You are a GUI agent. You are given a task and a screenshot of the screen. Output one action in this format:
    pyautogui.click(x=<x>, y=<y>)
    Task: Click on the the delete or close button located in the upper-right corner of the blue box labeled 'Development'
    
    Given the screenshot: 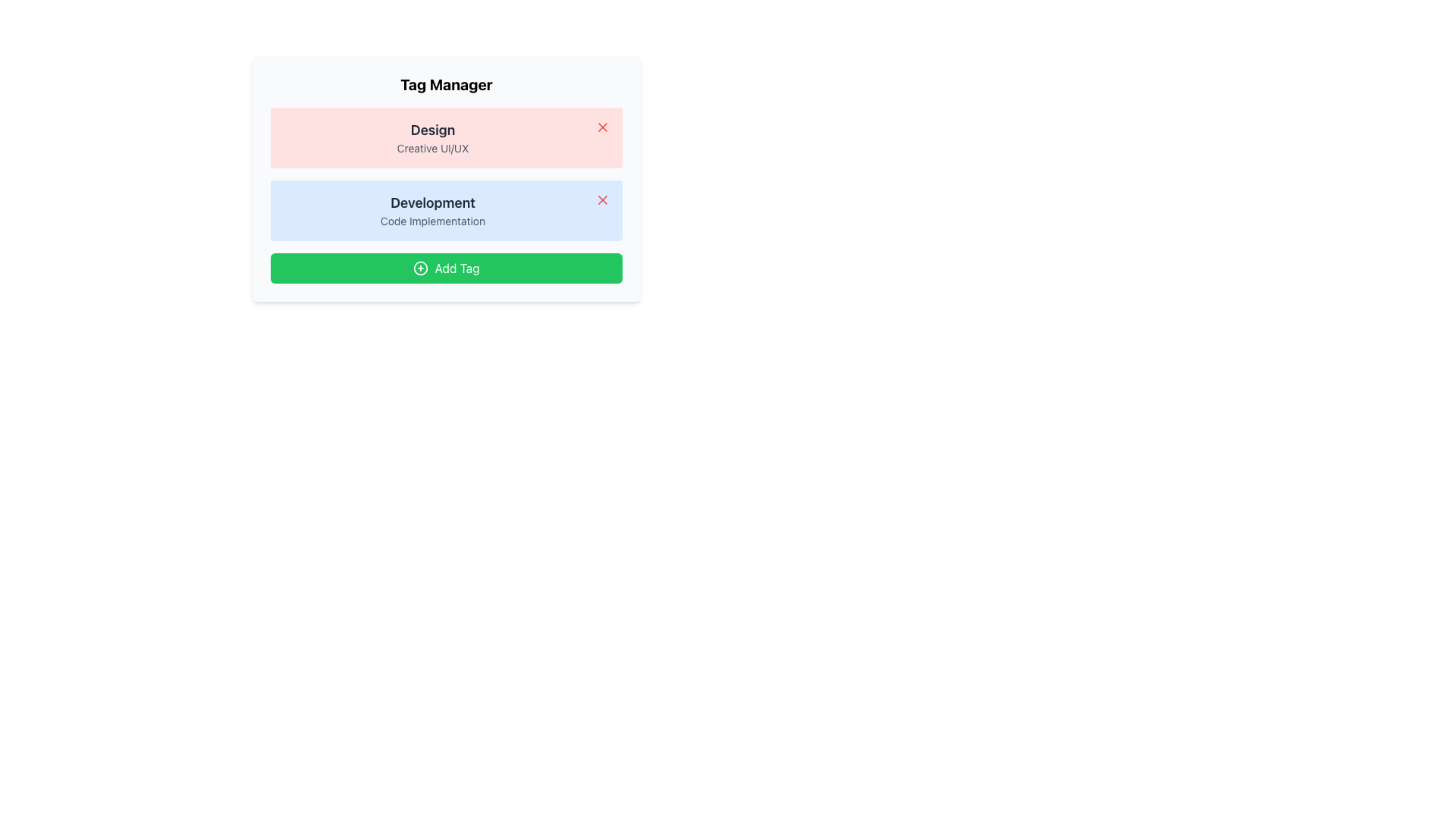 What is the action you would take?
    pyautogui.click(x=602, y=199)
    